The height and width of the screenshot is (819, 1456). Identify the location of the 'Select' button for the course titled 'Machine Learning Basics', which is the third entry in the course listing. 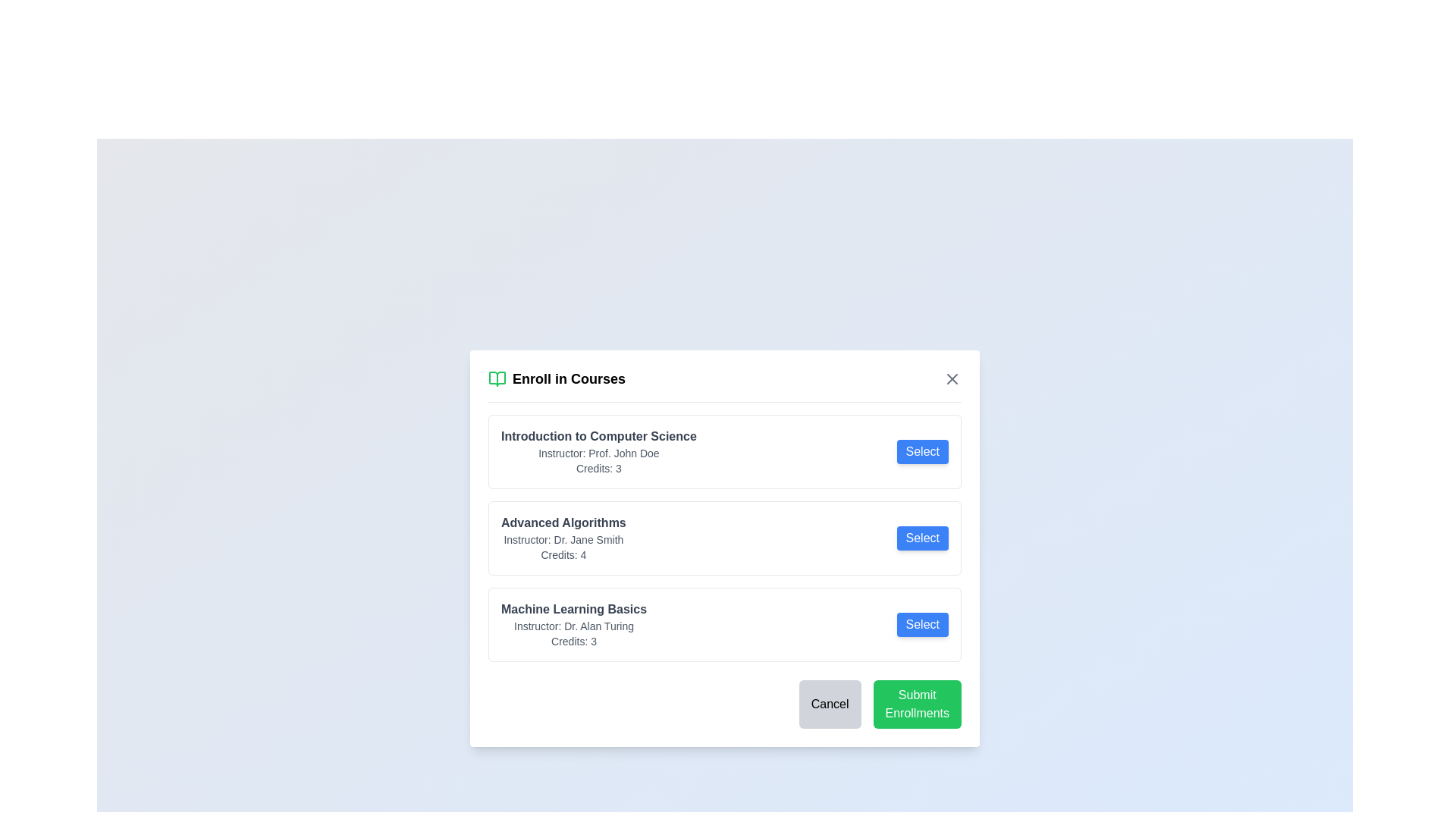
(723, 623).